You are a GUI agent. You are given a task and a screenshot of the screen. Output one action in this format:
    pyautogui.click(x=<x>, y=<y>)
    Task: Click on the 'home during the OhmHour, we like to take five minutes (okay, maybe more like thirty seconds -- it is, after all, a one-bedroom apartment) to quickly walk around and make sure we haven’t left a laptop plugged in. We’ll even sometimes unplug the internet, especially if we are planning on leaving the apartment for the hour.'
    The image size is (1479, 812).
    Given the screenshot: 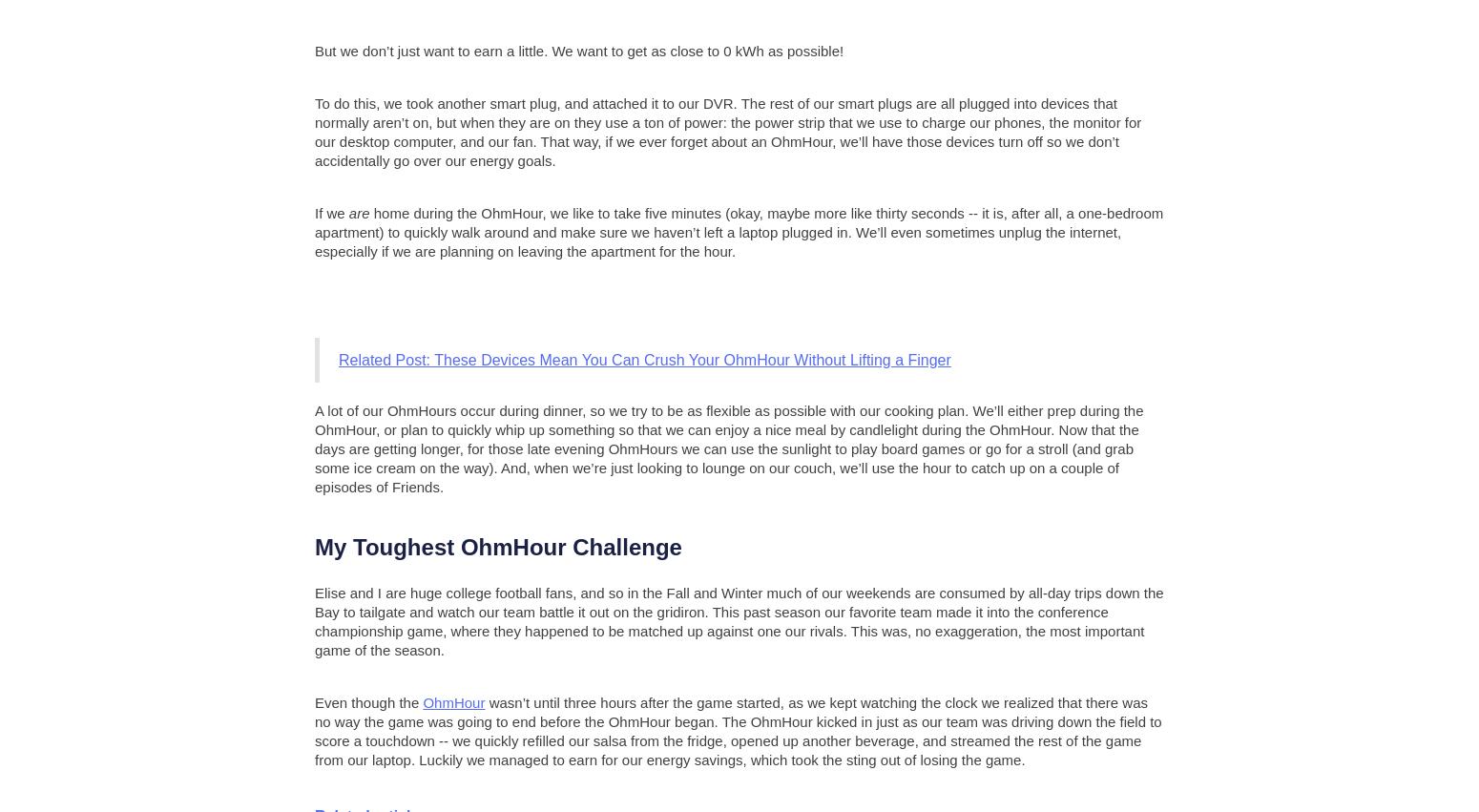 What is the action you would take?
    pyautogui.click(x=313, y=230)
    